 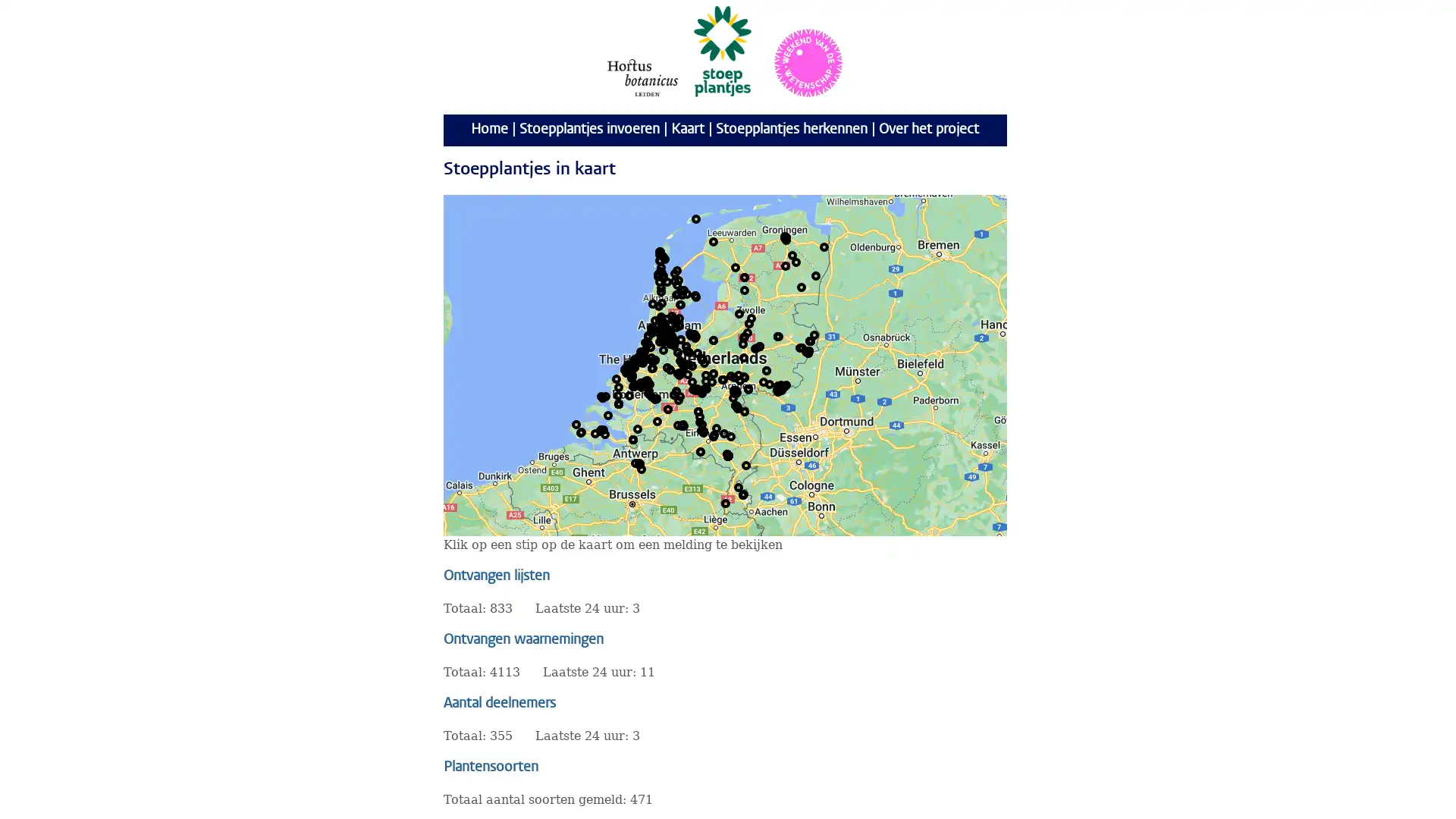 I want to click on Telling van Beppie op 01 juni 2022, so click(x=694, y=295).